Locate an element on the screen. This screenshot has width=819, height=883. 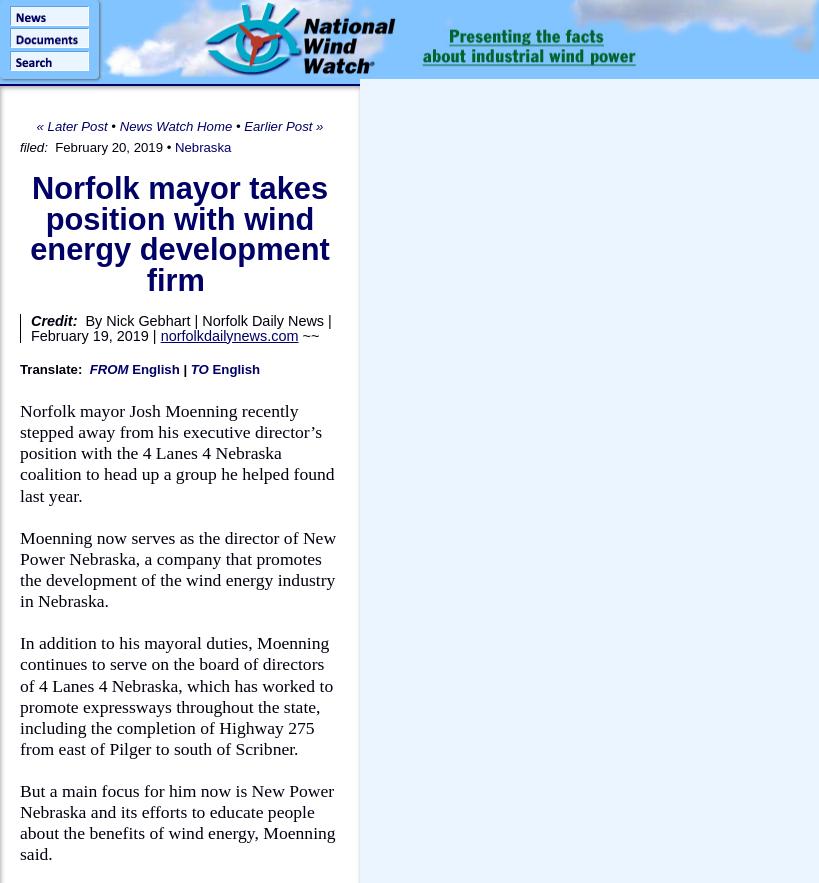
'Nebraska' is located at coordinates (202, 147).